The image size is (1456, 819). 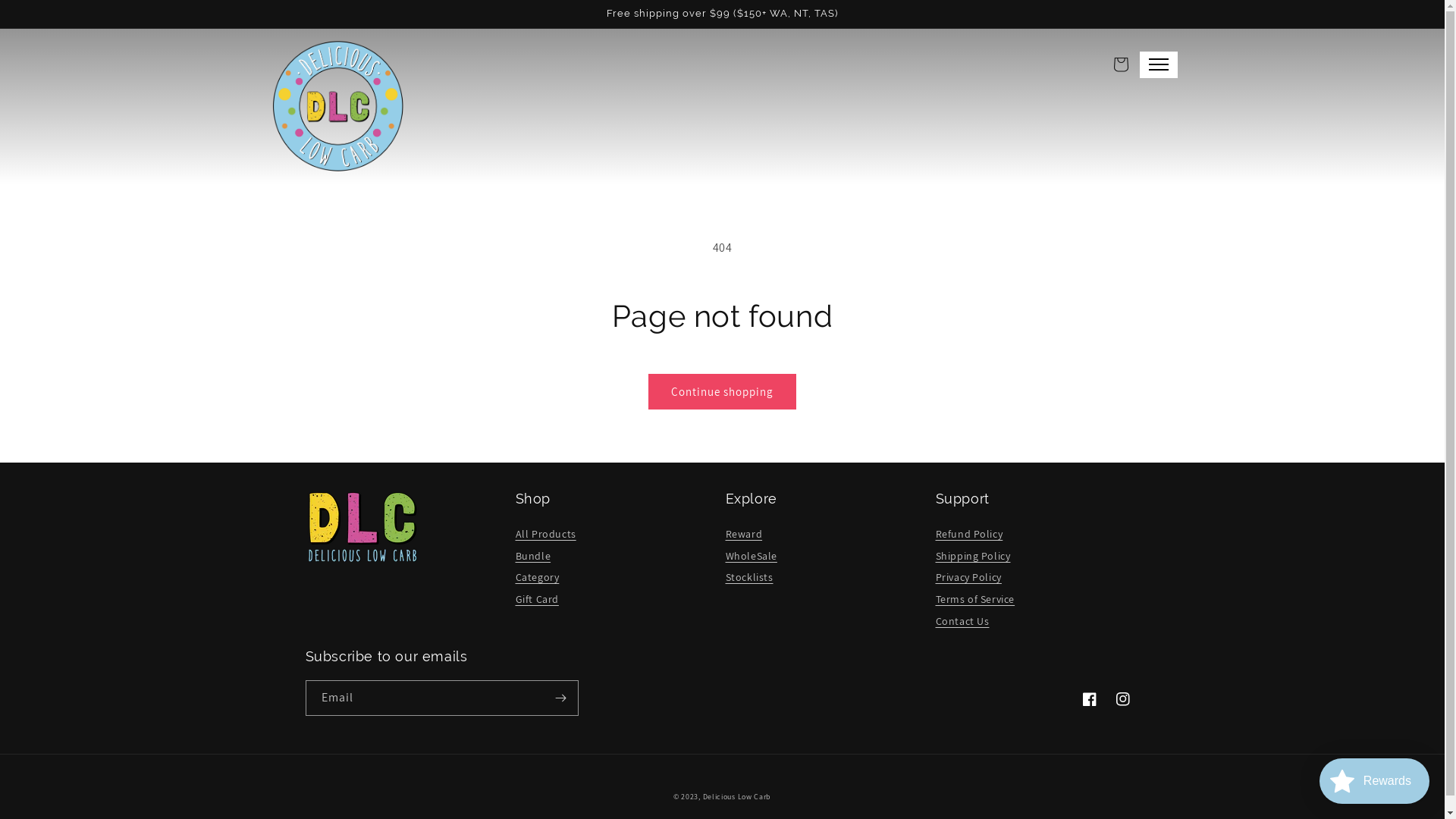 I want to click on 'Shipping Policy', so click(x=934, y=556).